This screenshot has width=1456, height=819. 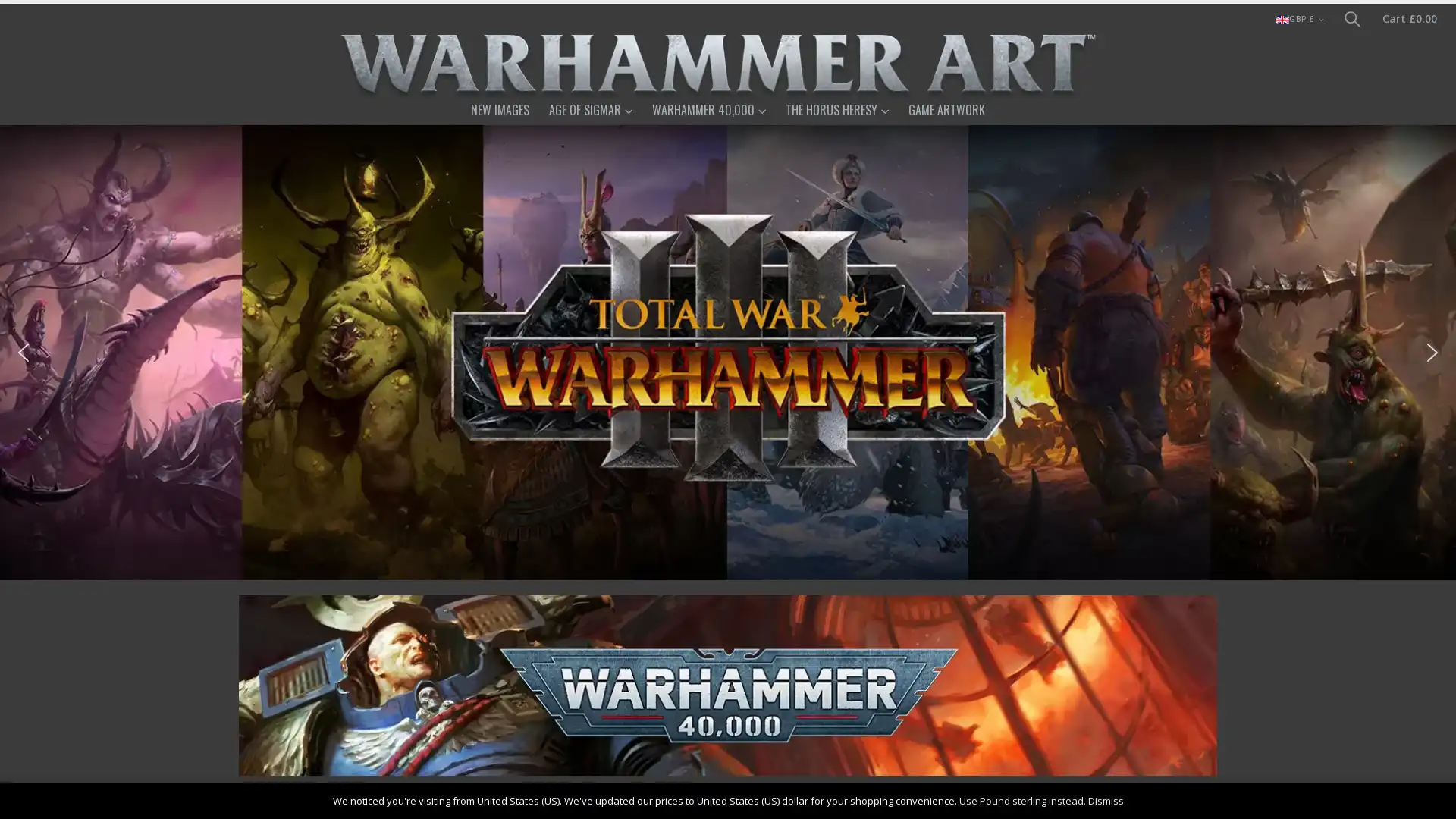 What do you see at coordinates (1432, 351) in the screenshot?
I see `next arrow` at bounding box center [1432, 351].